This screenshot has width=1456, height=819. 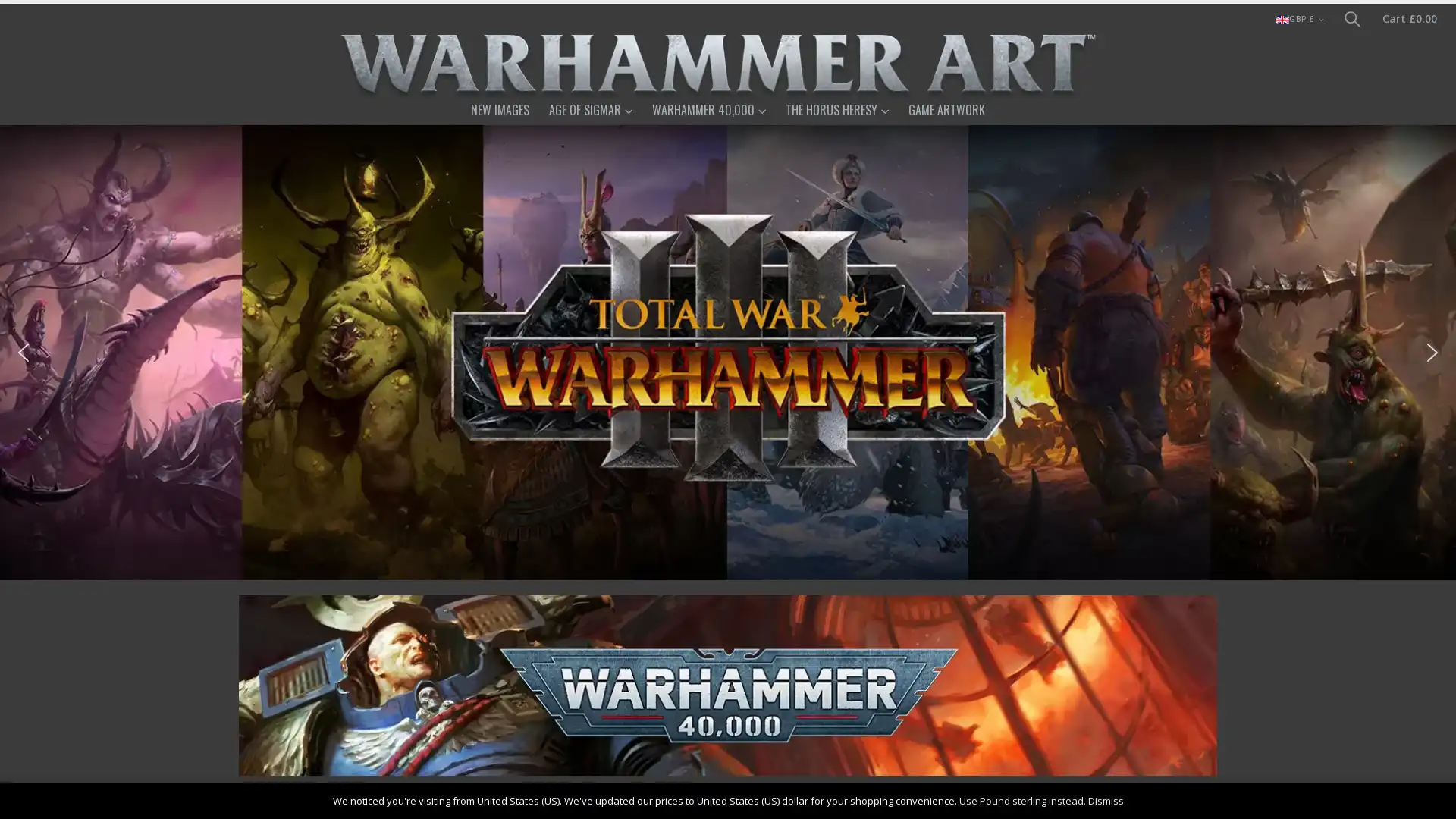 What do you see at coordinates (1432, 351) in the screenshot?
I see `next arrow` at bounding box center [1432, 351].